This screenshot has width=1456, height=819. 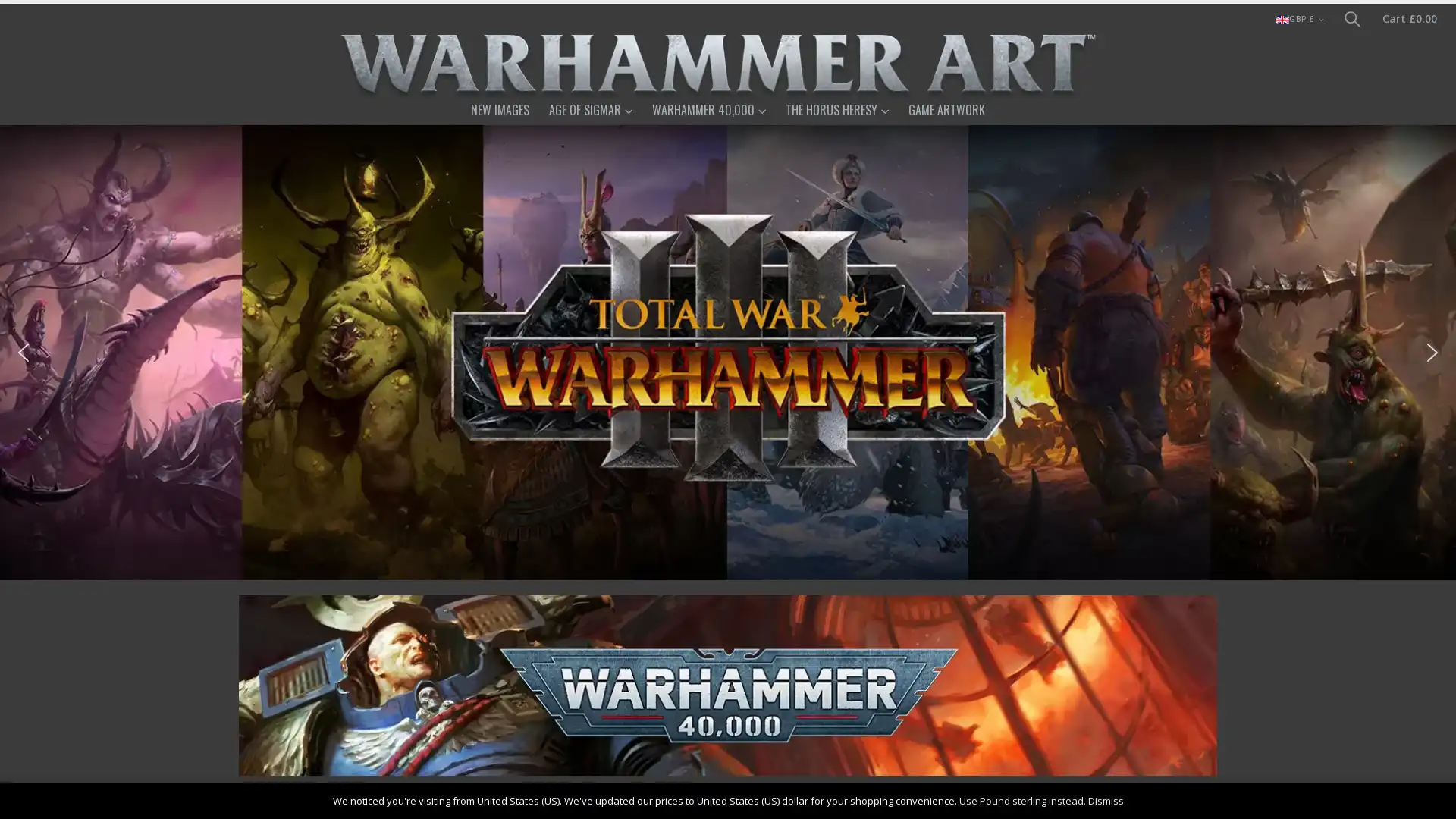 What do you see at coordinates (1432, 351) in the screenshot?
I see `next arrow` at bounding box center [1432, 351].